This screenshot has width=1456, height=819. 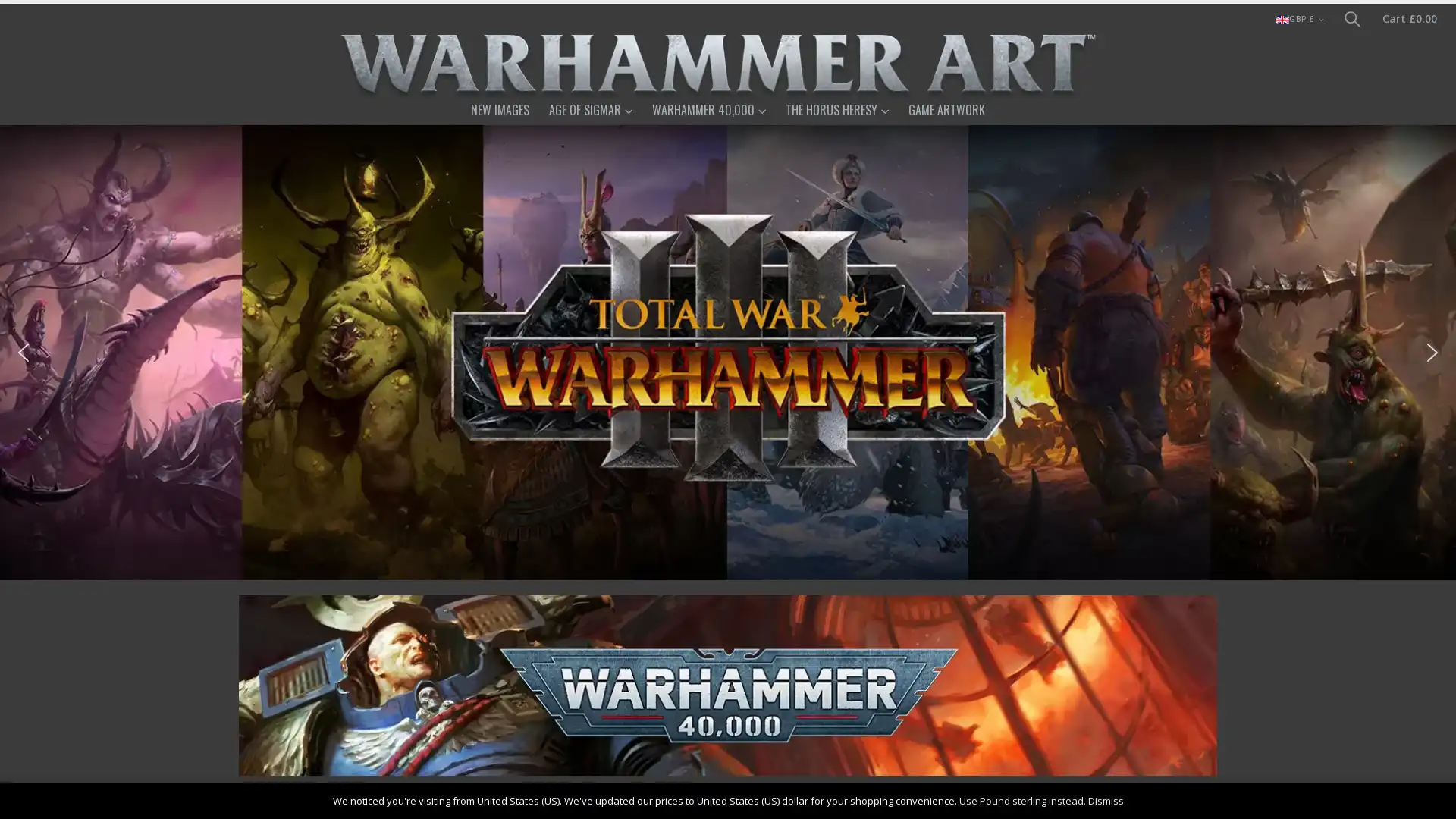 What do you see at coordinates (1432, 351) in the screenshot?
I see `next arrow` at bounding box center [1432, 351].